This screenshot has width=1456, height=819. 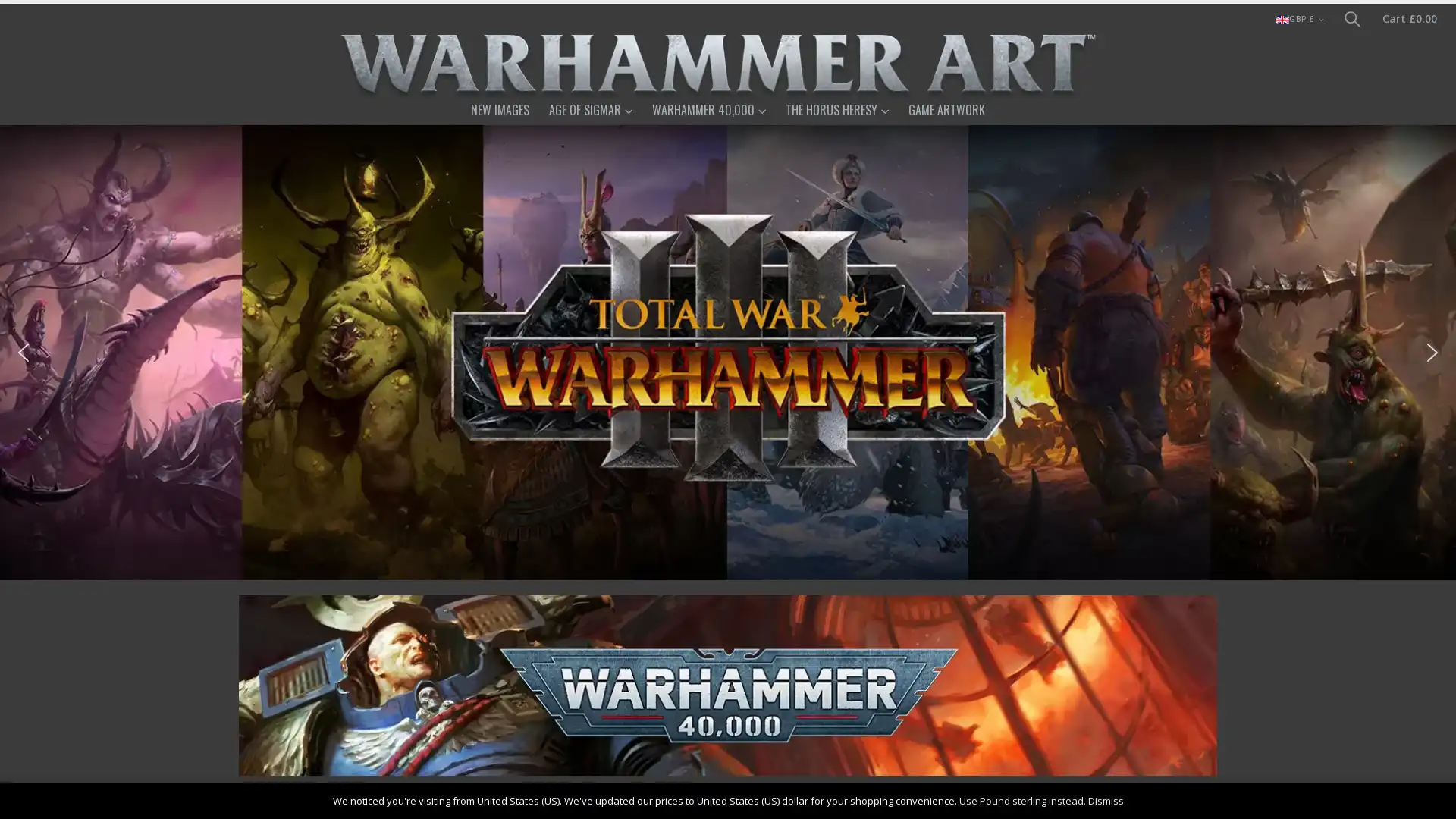 What do you see at coordinates (1432, 351) in the screenshot?
I see `next arrow` at bounding box center [1432, 351].